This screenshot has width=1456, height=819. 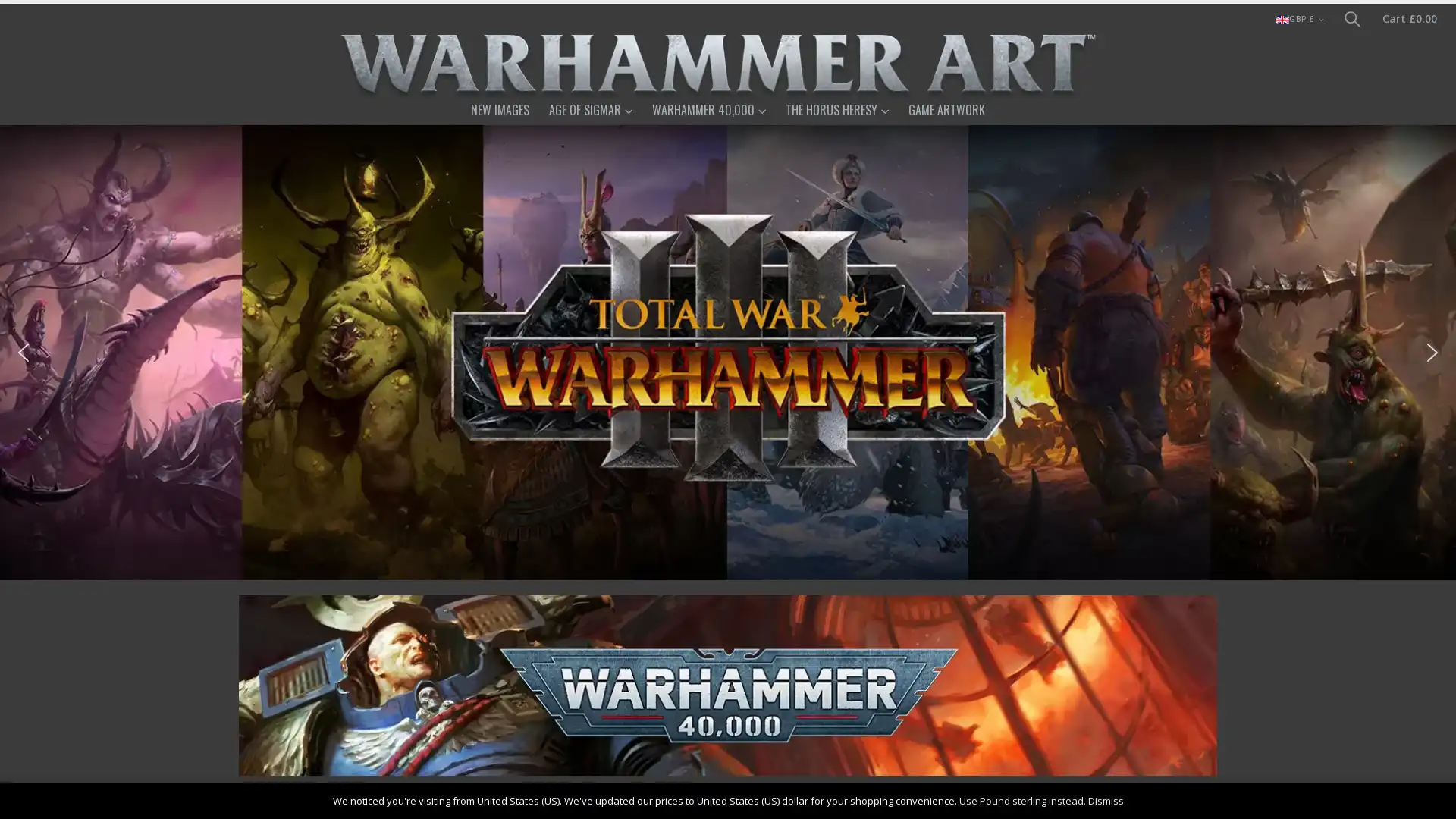 What do you see at coordinates (1432, 351) in the screenshot?
I see `next arrow` at bounding box center [1432, 351].